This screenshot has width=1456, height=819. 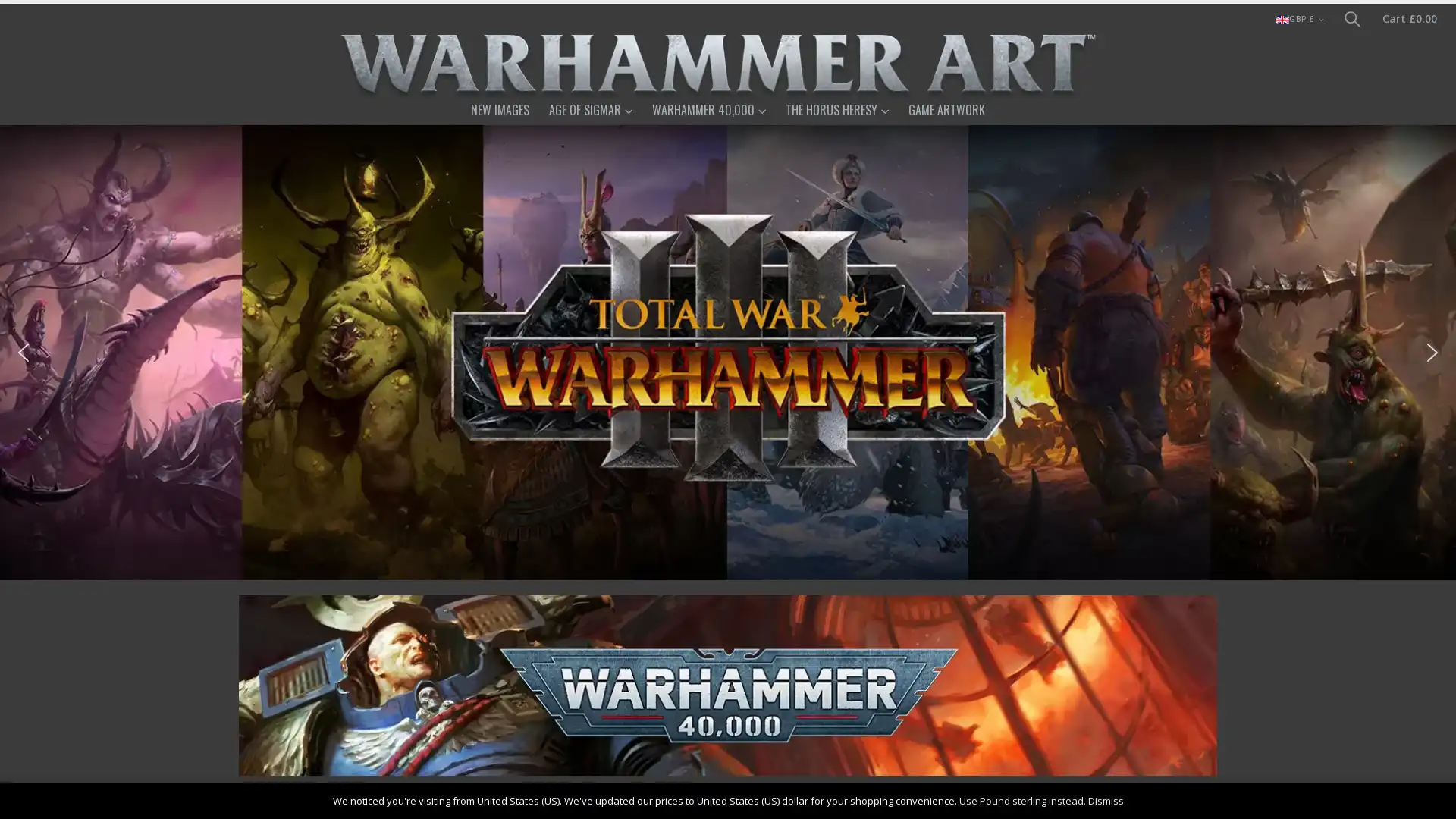 What do you see at coordinates (1432, 351) in the screenshot?
I see `next arrow` at bounding box center [1432, 351].